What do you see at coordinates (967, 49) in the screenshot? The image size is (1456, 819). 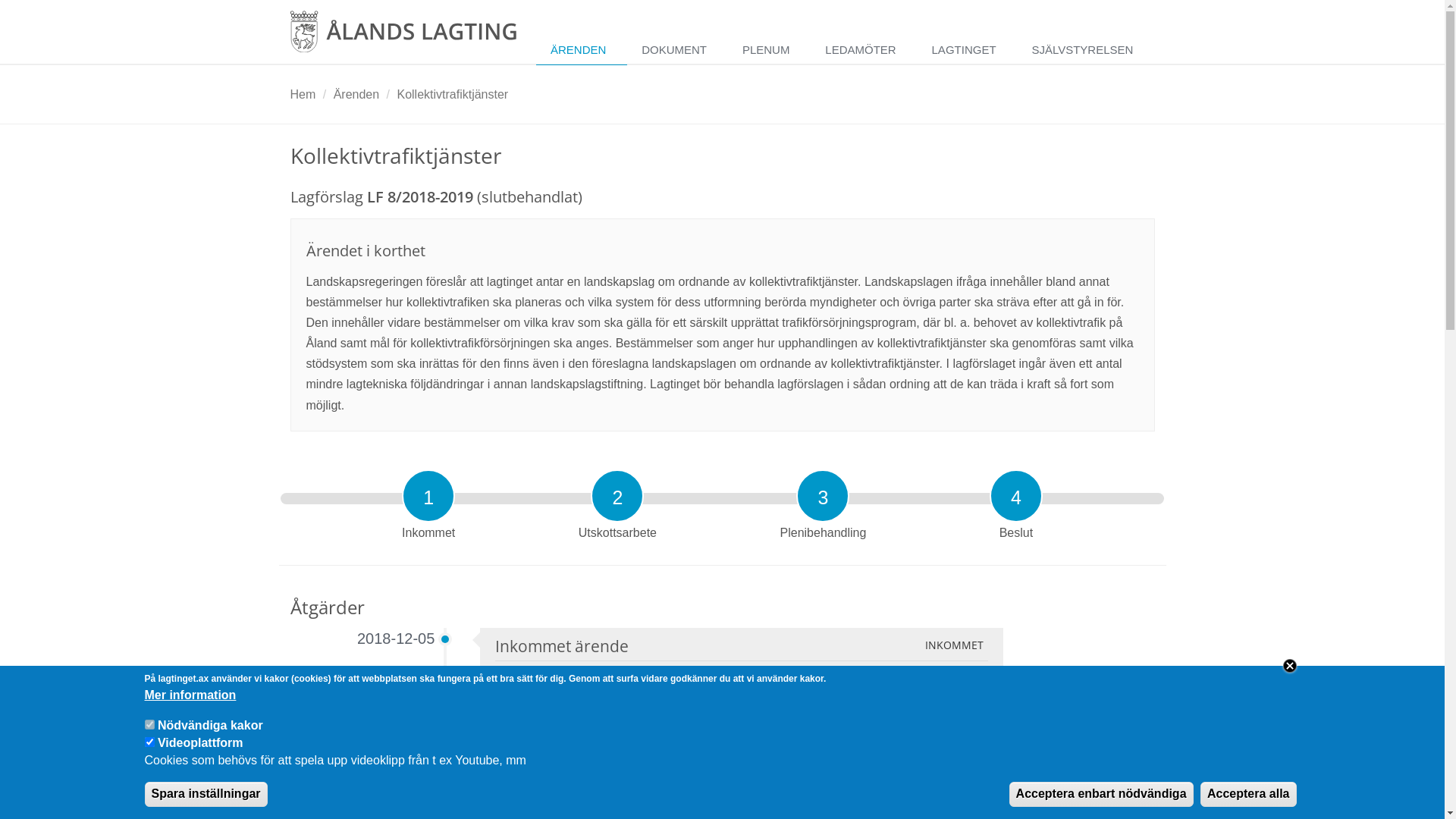 I see `'LAGTINGET'` at bounding box center [967, 49].